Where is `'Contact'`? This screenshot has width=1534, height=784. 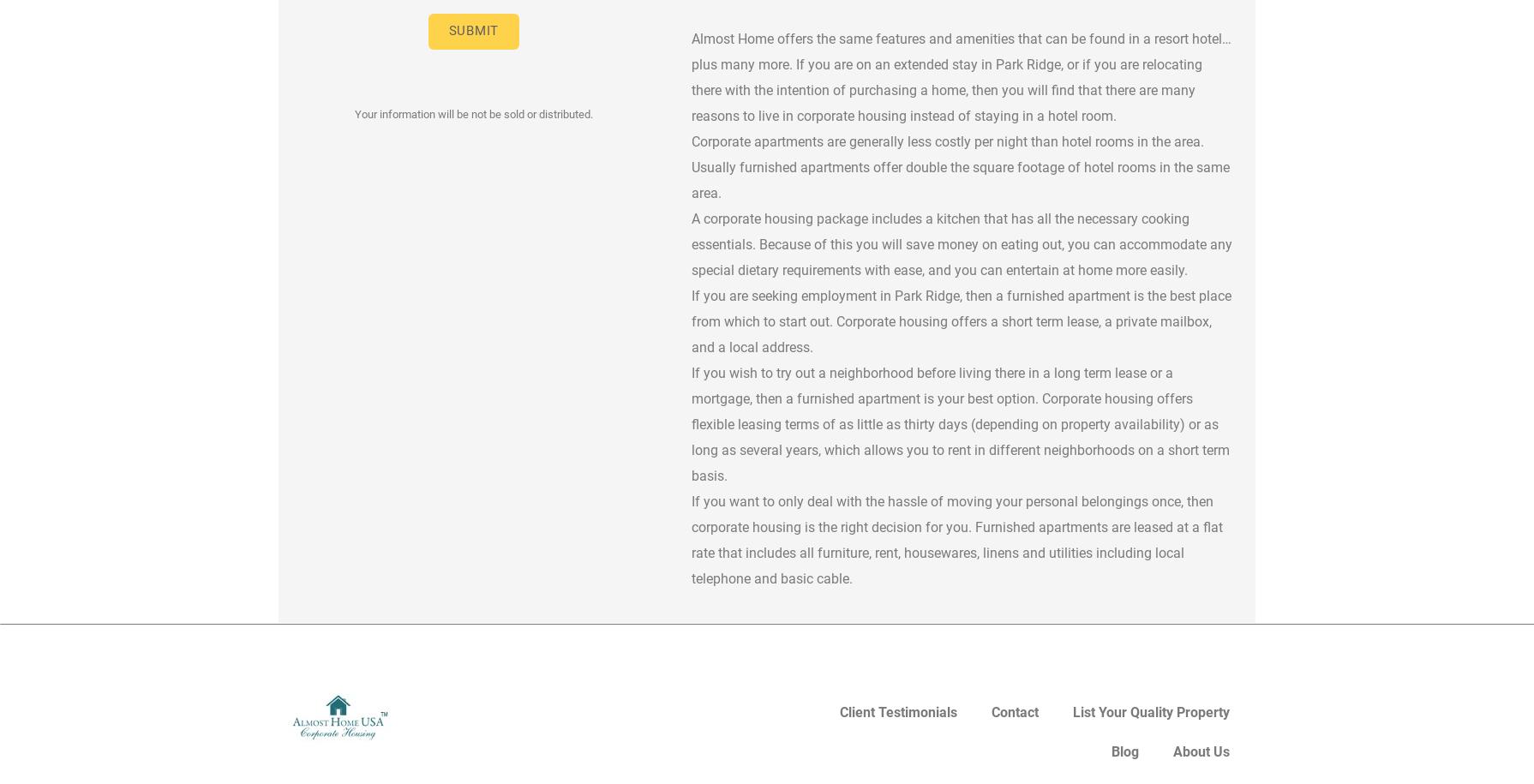
'Contact' is located at coordinates (1015, 712).